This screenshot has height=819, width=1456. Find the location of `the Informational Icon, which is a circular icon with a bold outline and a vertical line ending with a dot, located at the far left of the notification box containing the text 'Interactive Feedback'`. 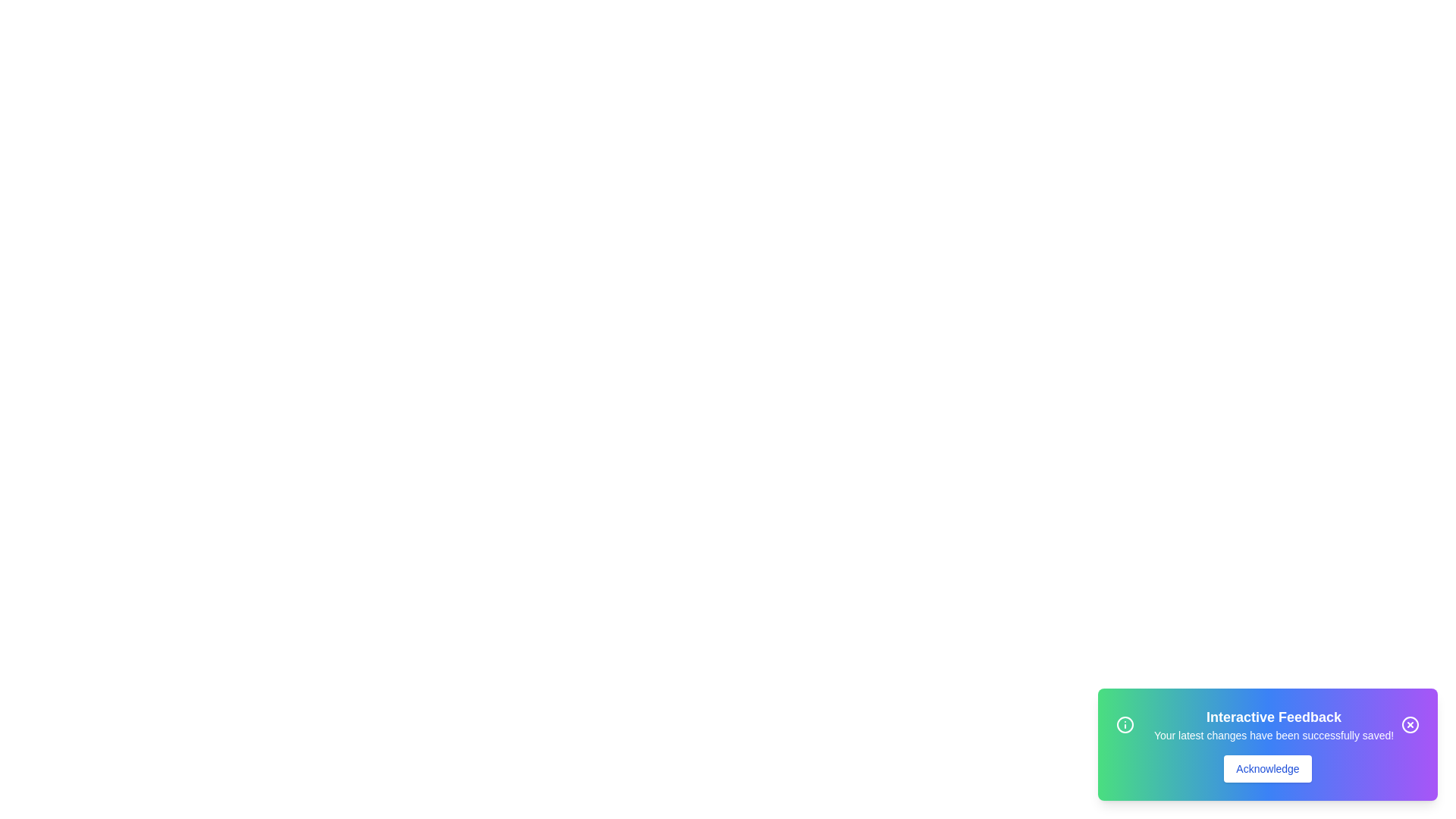

the Informational Icon, which is a circular icon with a bold outline and a vertical line ending with a dot, located at the far left of the notification box containing the text 'Interactive Feedback' is located at coordinates (1125, 724).